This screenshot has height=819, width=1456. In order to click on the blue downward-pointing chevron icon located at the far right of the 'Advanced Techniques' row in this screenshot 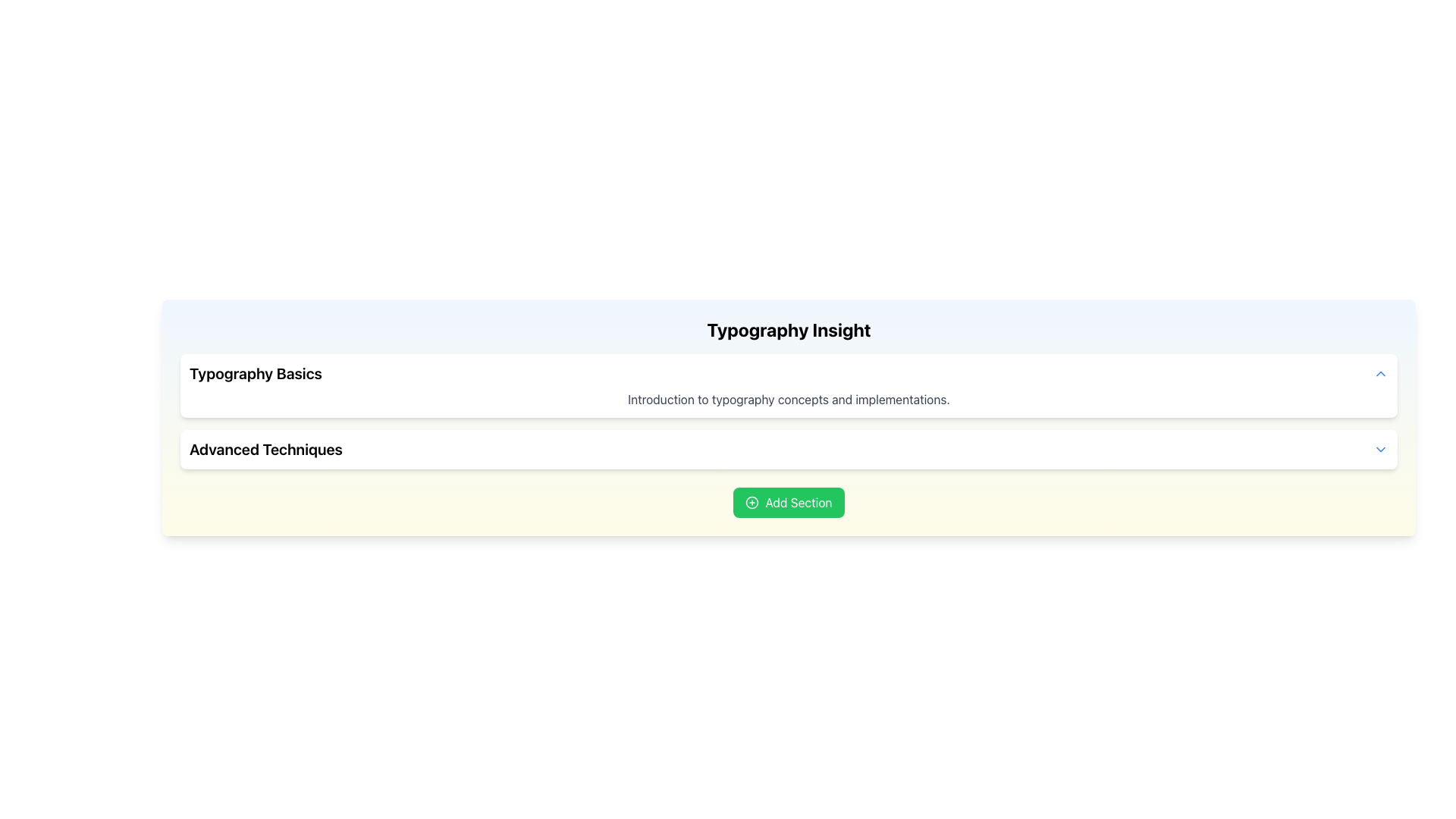, I will do `click(1380, 449)`.